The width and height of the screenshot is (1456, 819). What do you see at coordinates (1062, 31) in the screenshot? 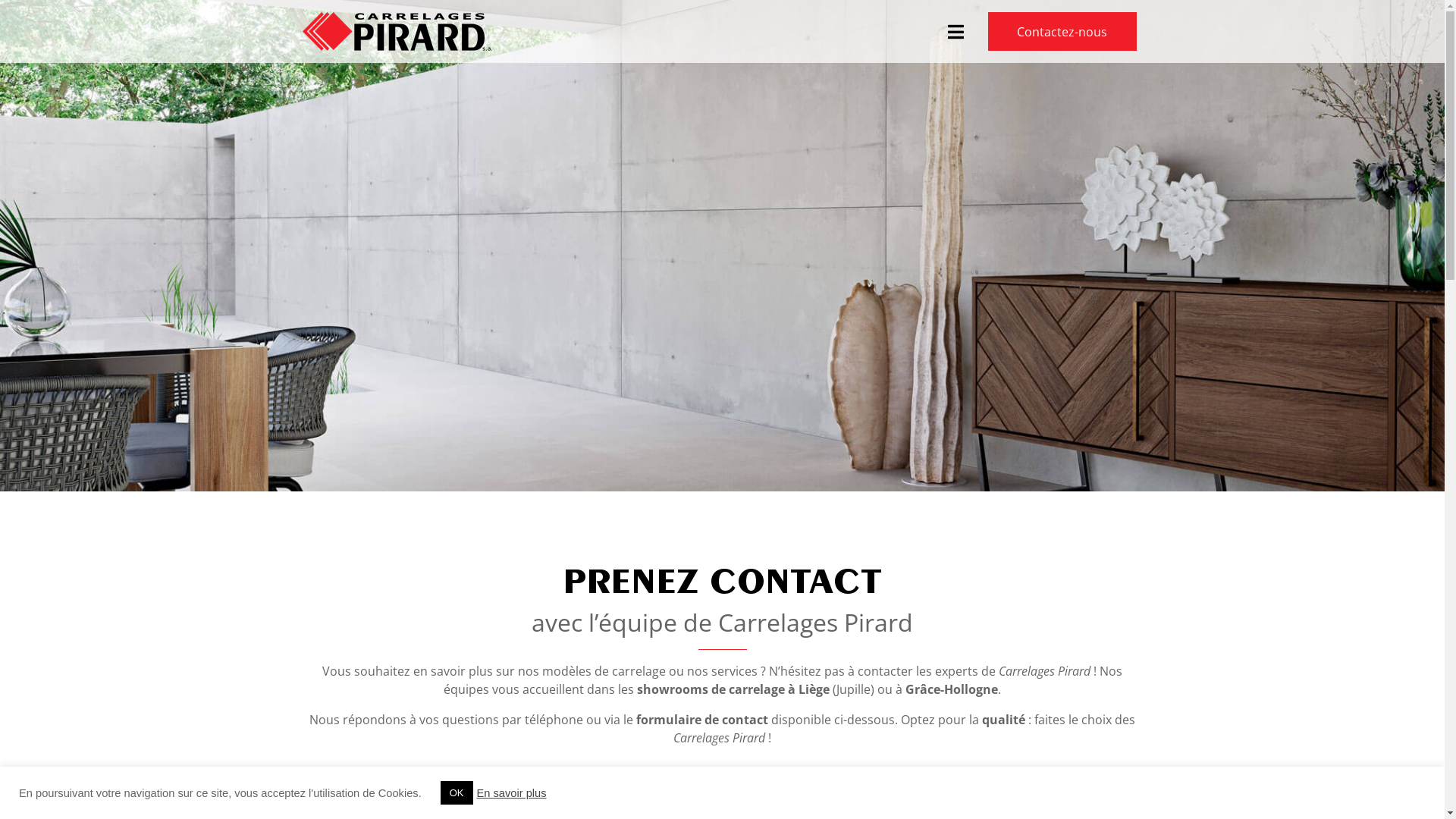
I see `'Contactez-nous'` at bounding box center [1062, 31].